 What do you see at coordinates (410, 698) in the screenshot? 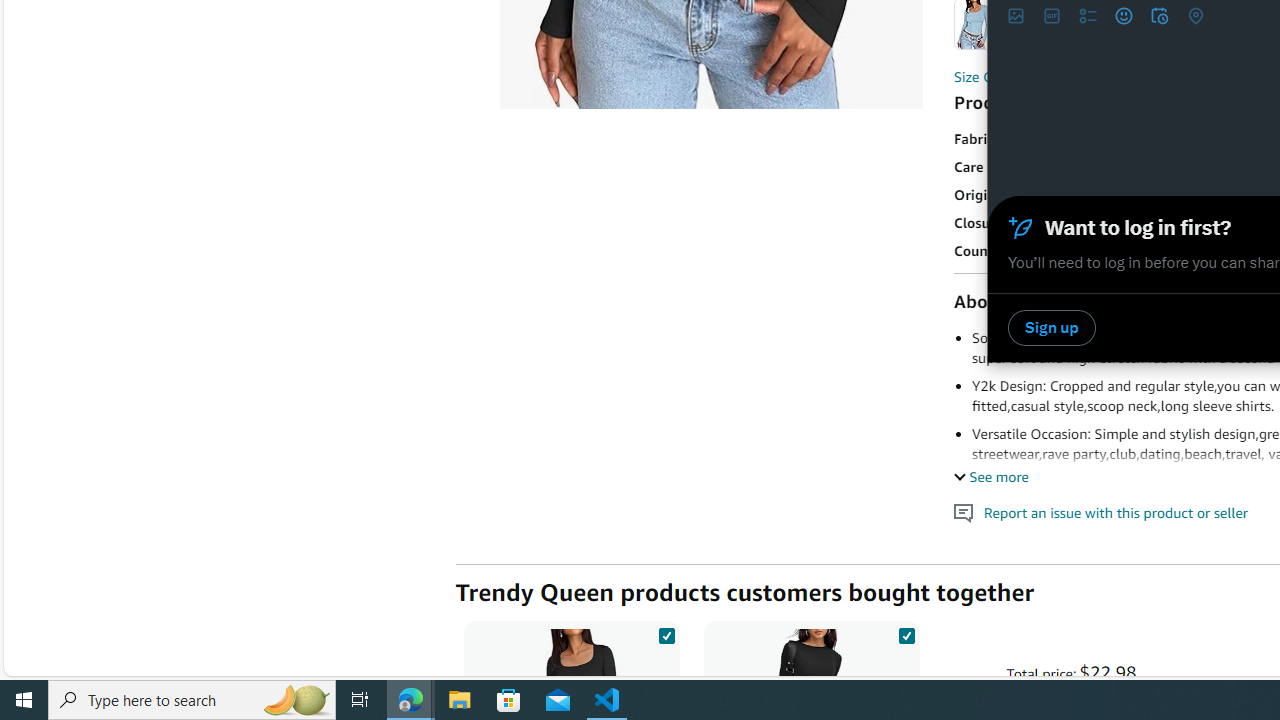
I see `'Microsoft Edge - 3 running windows'` at bounding box center [410, 698].